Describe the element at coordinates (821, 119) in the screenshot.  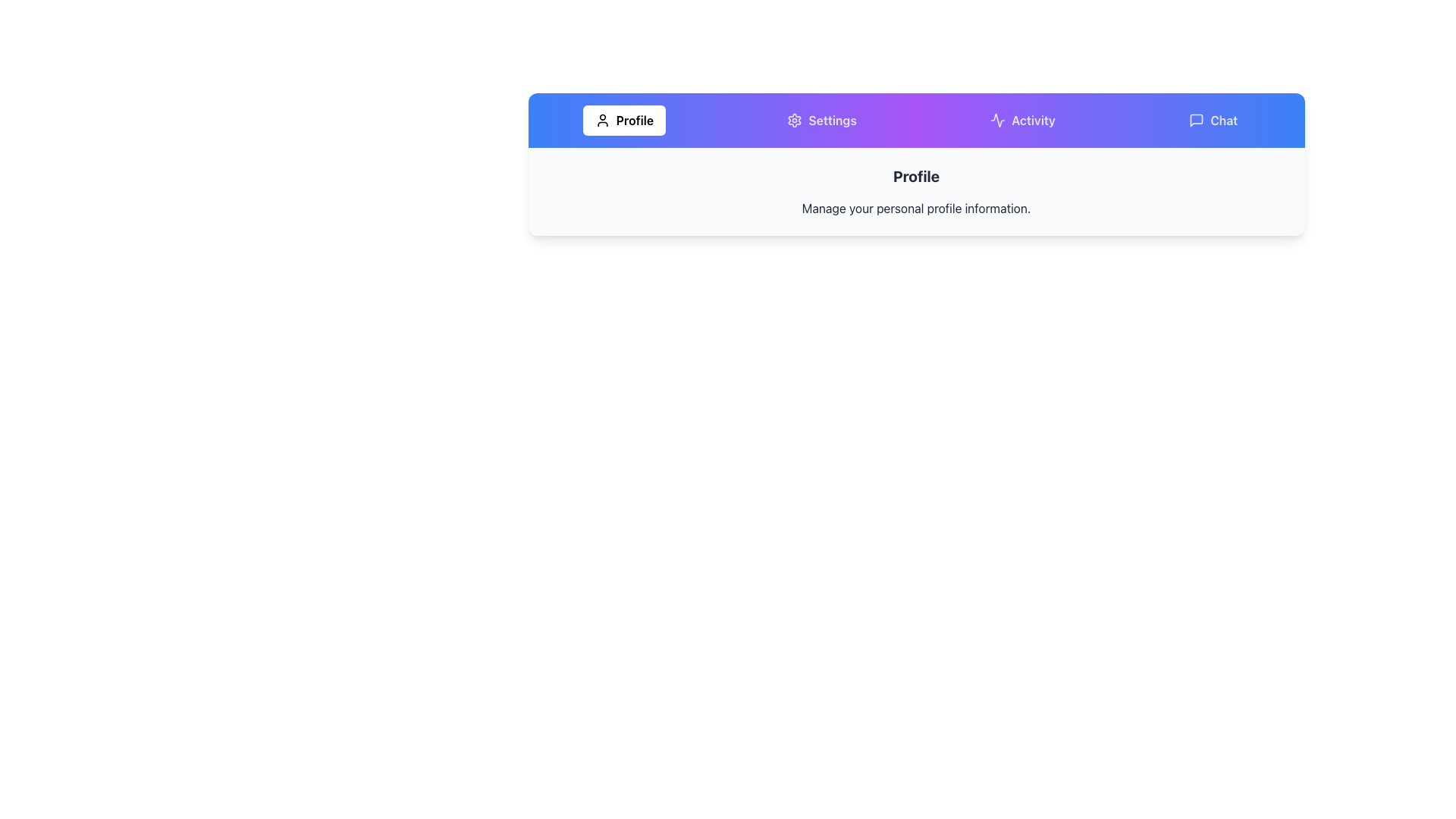
I see `the second button in the horizontal navigation bar` at that location.